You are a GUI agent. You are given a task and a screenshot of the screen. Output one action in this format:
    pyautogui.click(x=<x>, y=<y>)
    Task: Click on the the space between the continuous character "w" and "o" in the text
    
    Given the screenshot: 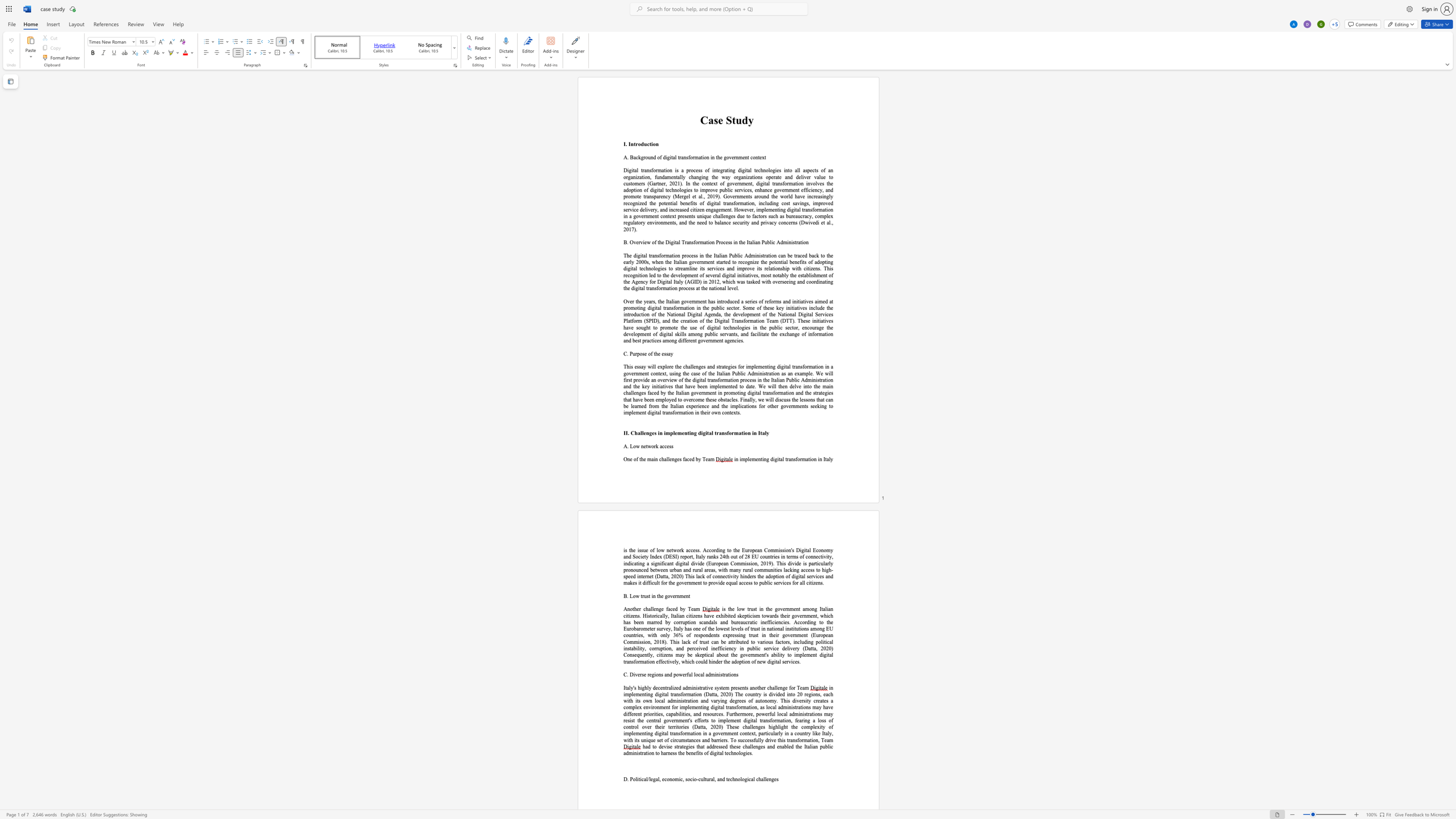 What is the action you would take?
    pyautogui.click(x=650, y=445)
    